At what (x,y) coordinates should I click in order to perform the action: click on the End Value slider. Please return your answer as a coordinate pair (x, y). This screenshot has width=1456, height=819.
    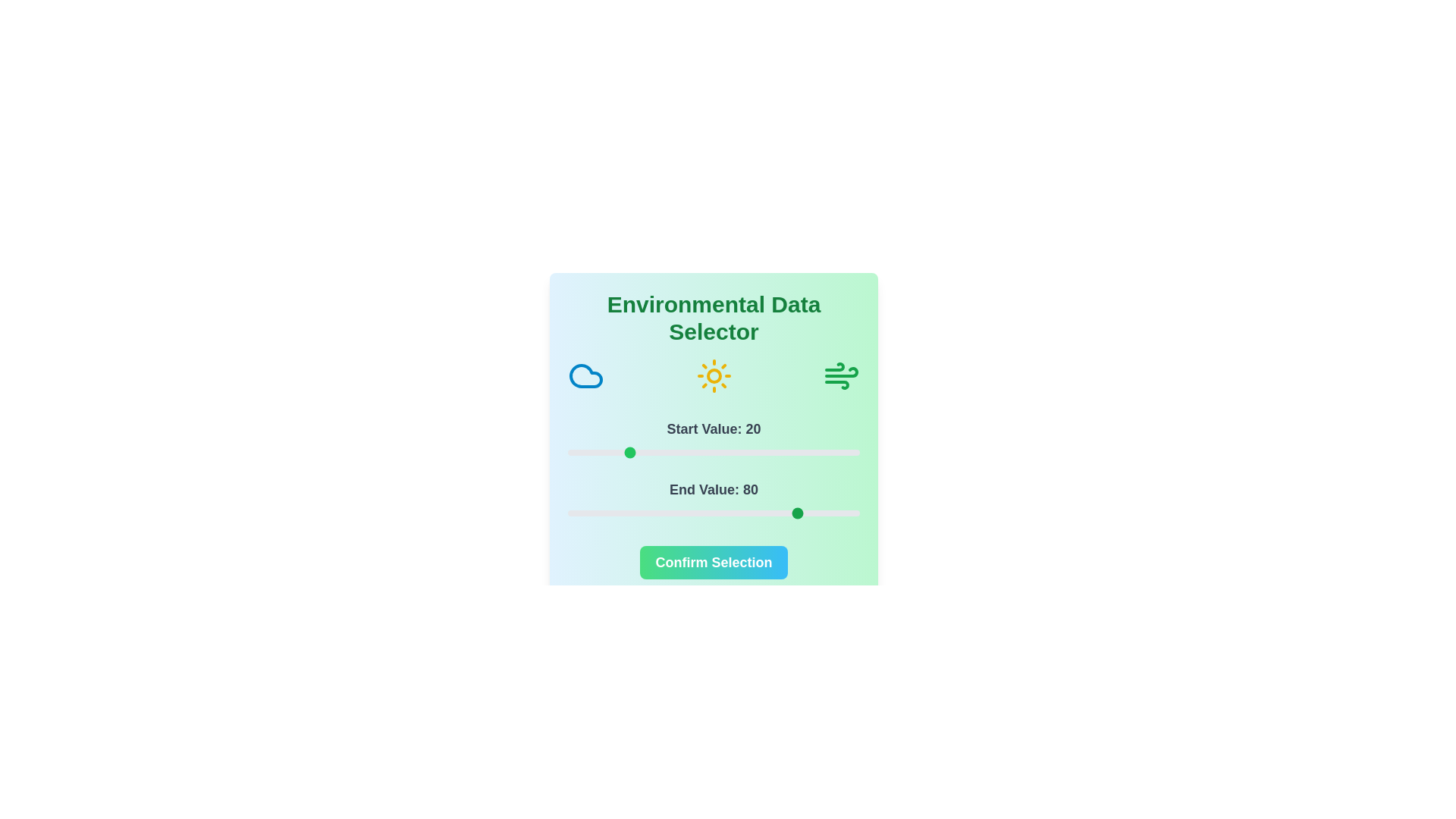
    Looking at the image, I should click on (737, 513).